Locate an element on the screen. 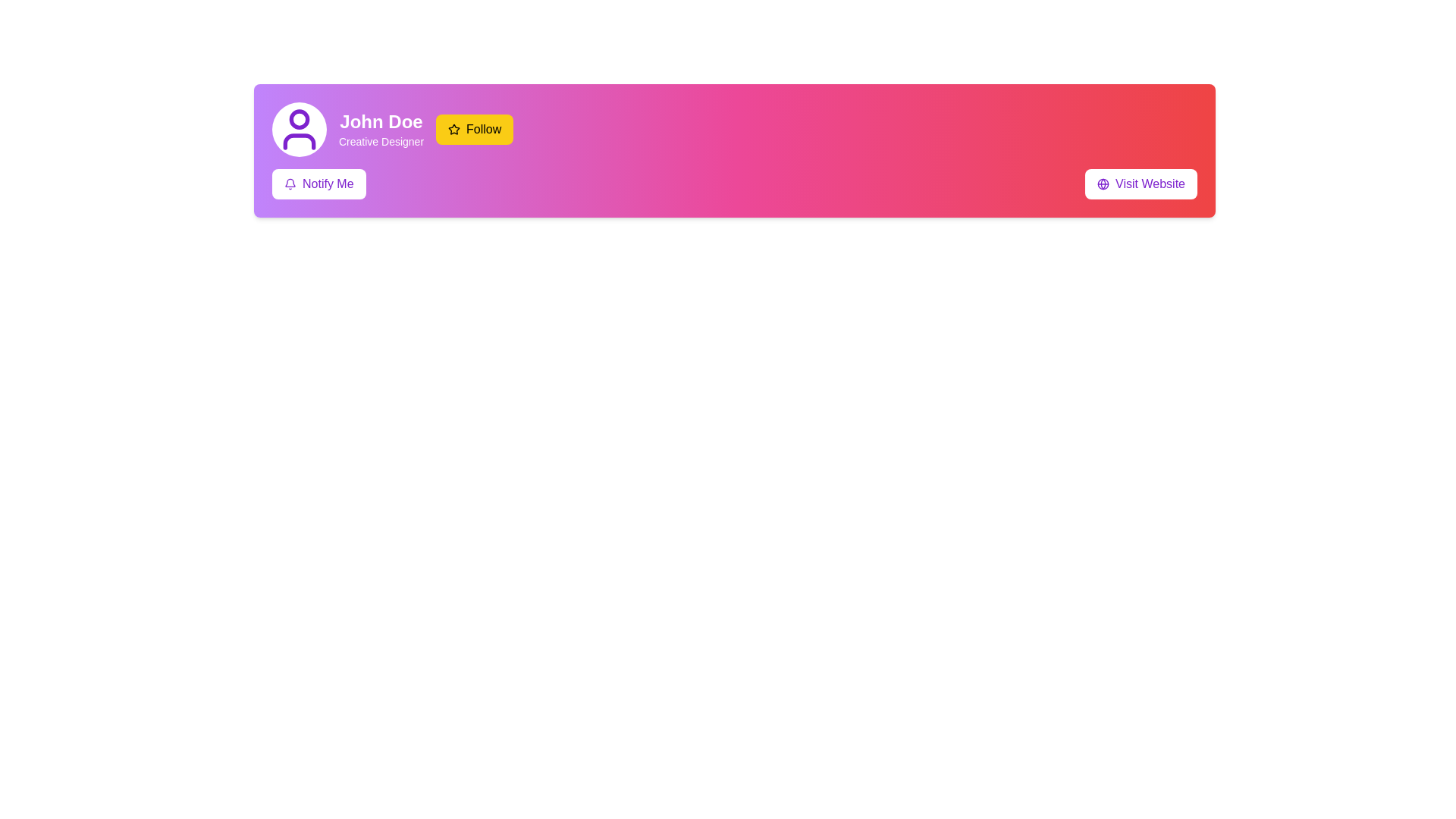 The width and height of the screenshot is (1456, 819). the circular centerpiece of the SVG user icon, located in the purple gradient rectangle header on the left side of the interface is located at coordinates (299, 118).